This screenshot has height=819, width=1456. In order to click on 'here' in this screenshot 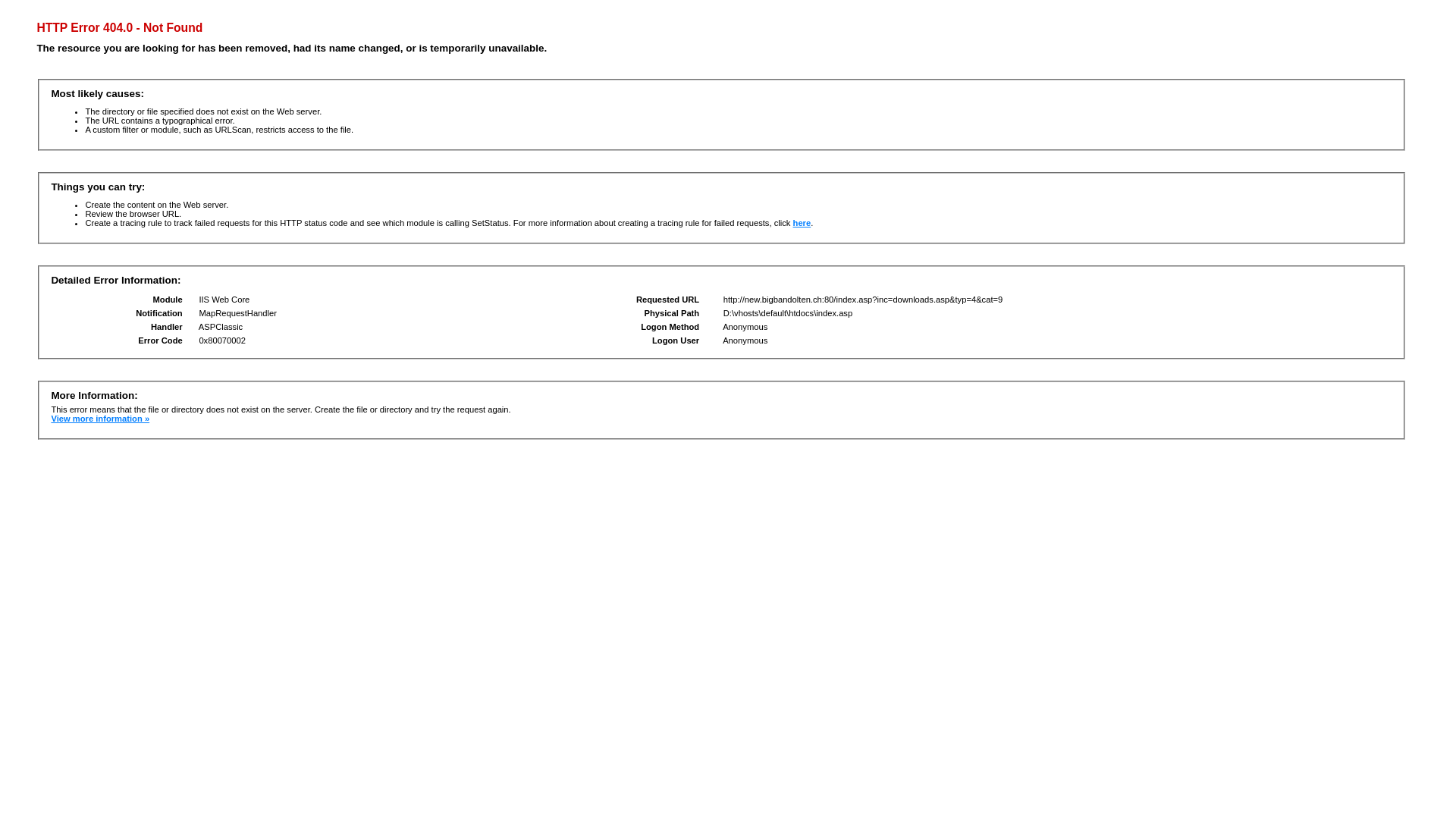, I will do `click(801, 222)`.